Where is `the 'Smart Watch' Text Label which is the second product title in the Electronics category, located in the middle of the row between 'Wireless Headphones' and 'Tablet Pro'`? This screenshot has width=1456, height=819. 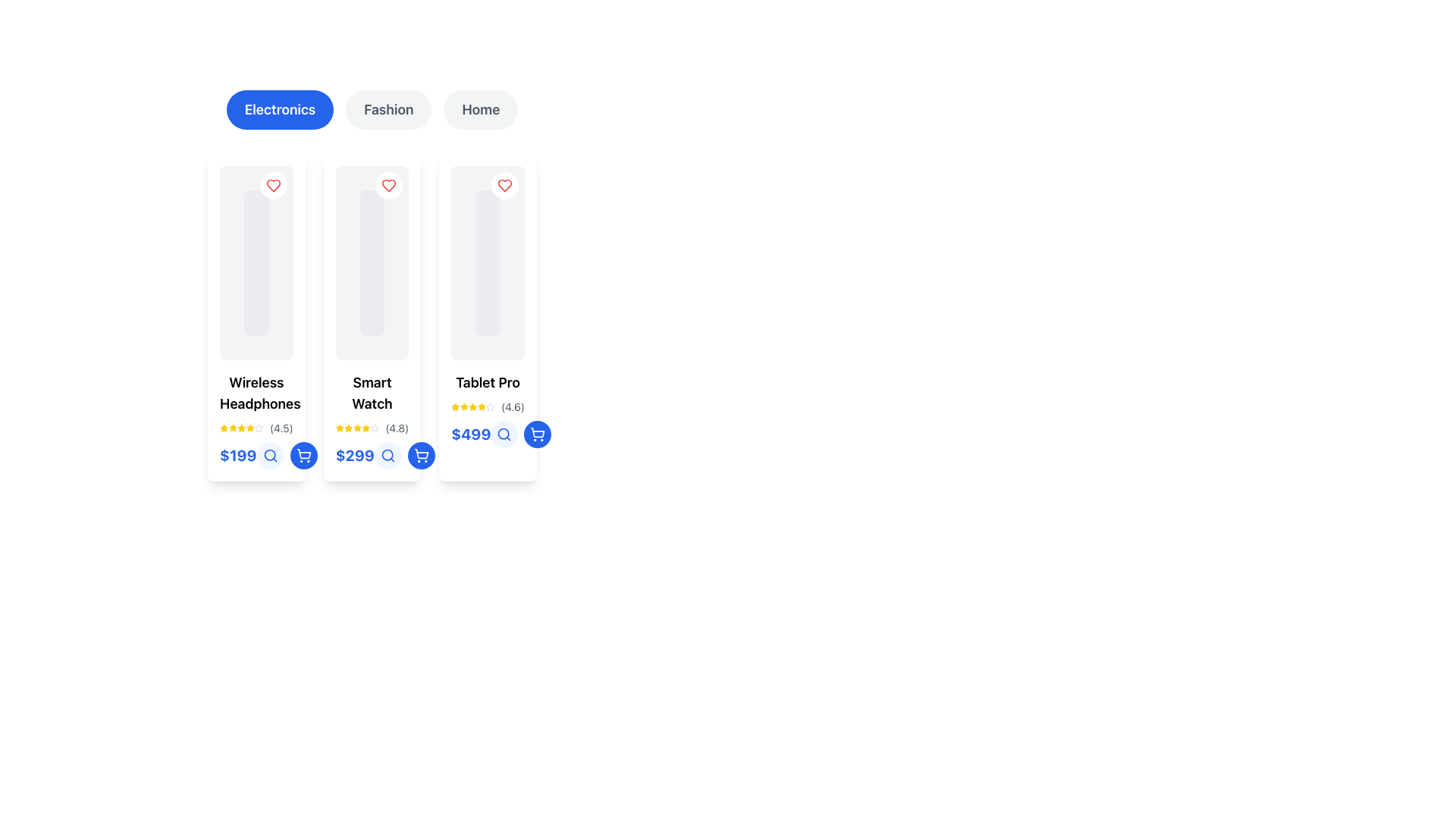 the 'Smart Watch' Text Label which is the second product title in the Electronics category, located in the middle of the row between 'Wireless Headphones' and 'Tablet Pro' is located at coordinates (372, 393).